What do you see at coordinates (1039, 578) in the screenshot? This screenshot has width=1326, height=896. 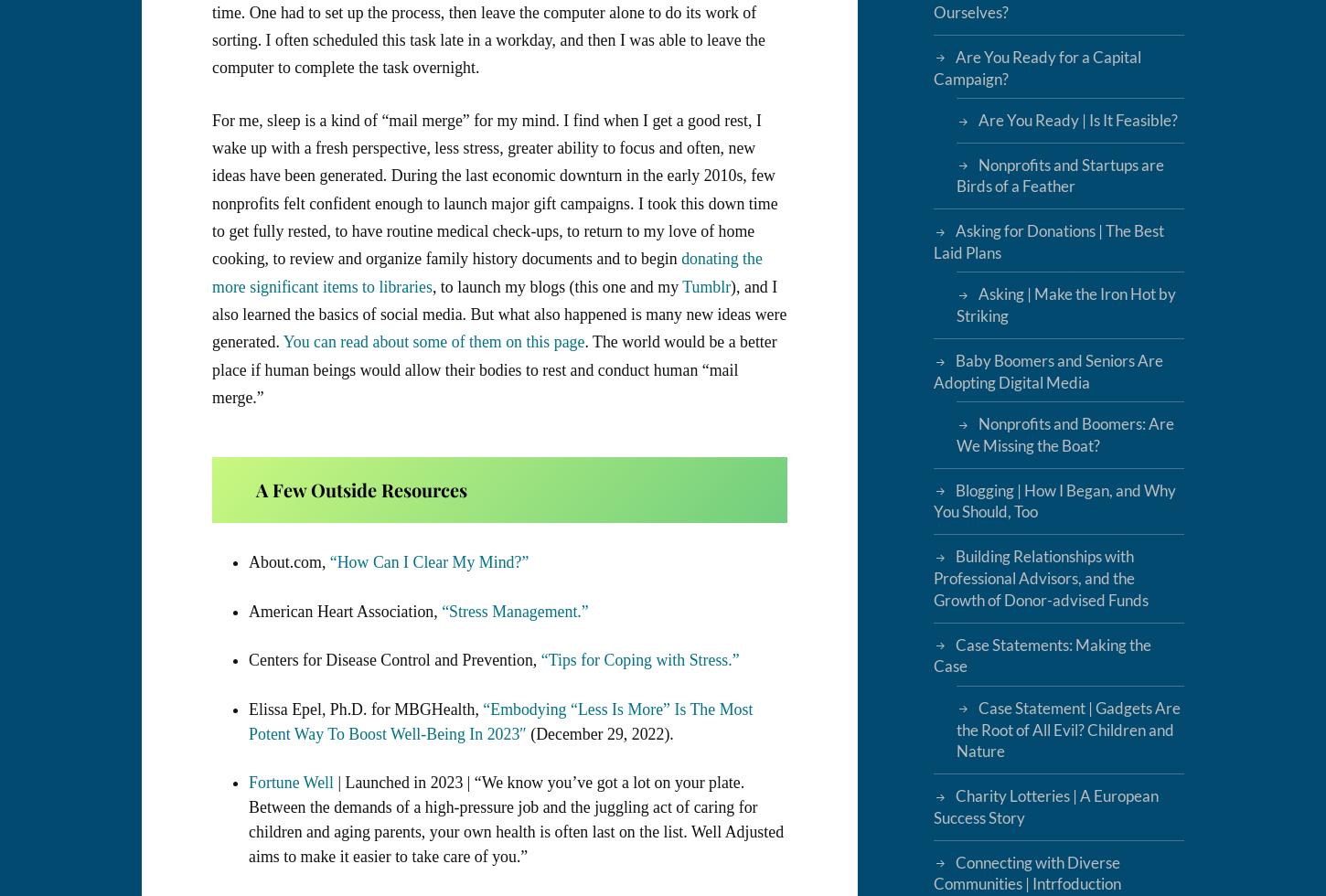 I see `'Building Relationships with Professional Advisors, and the Growth of Donor-advised Funds'` at bounding box center [1039, 578].